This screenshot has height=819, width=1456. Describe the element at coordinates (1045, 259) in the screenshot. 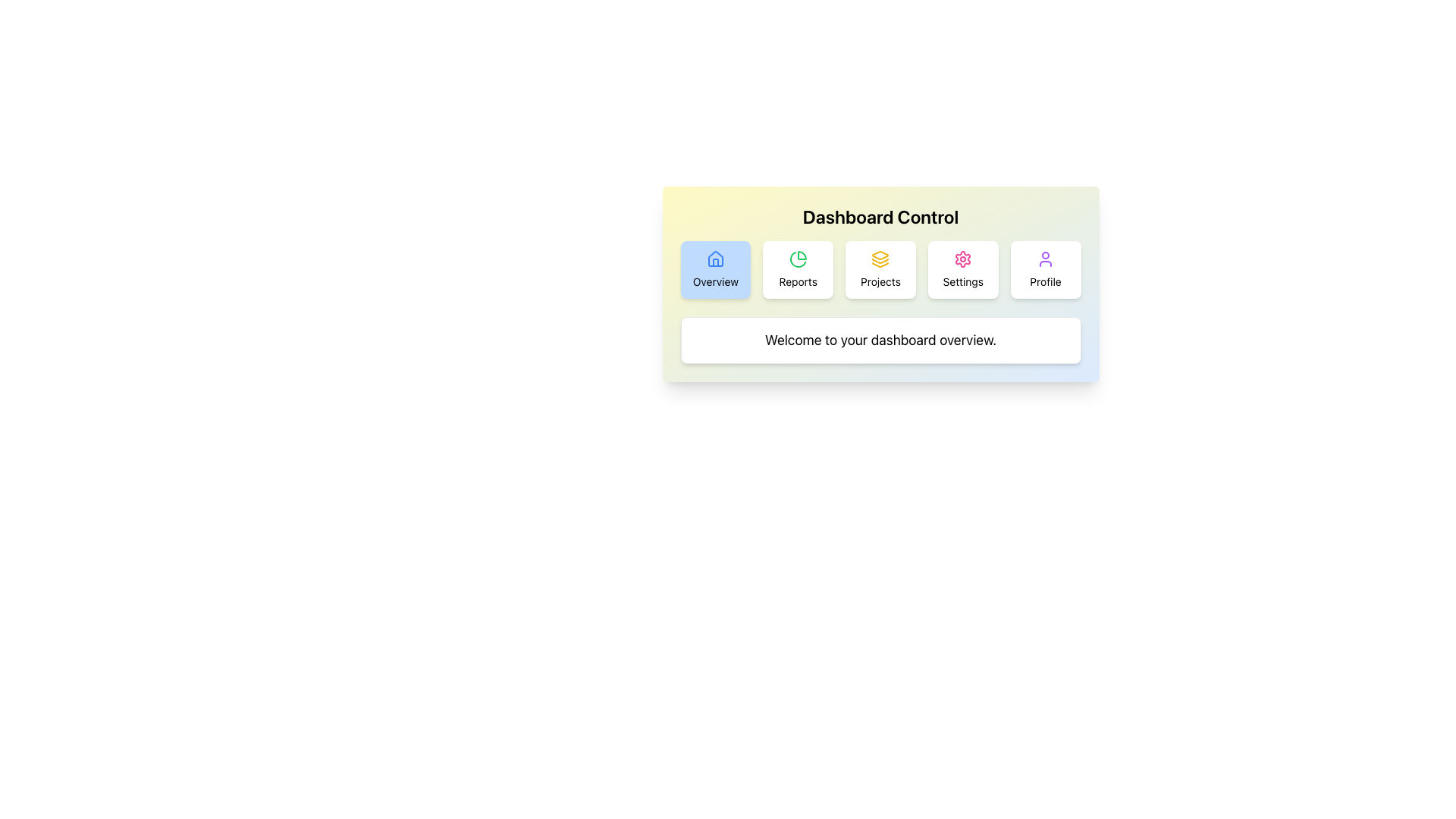

I see `the user profile icon located in the bottom-right corner of the profile card section on the dashboard interface` at that location.